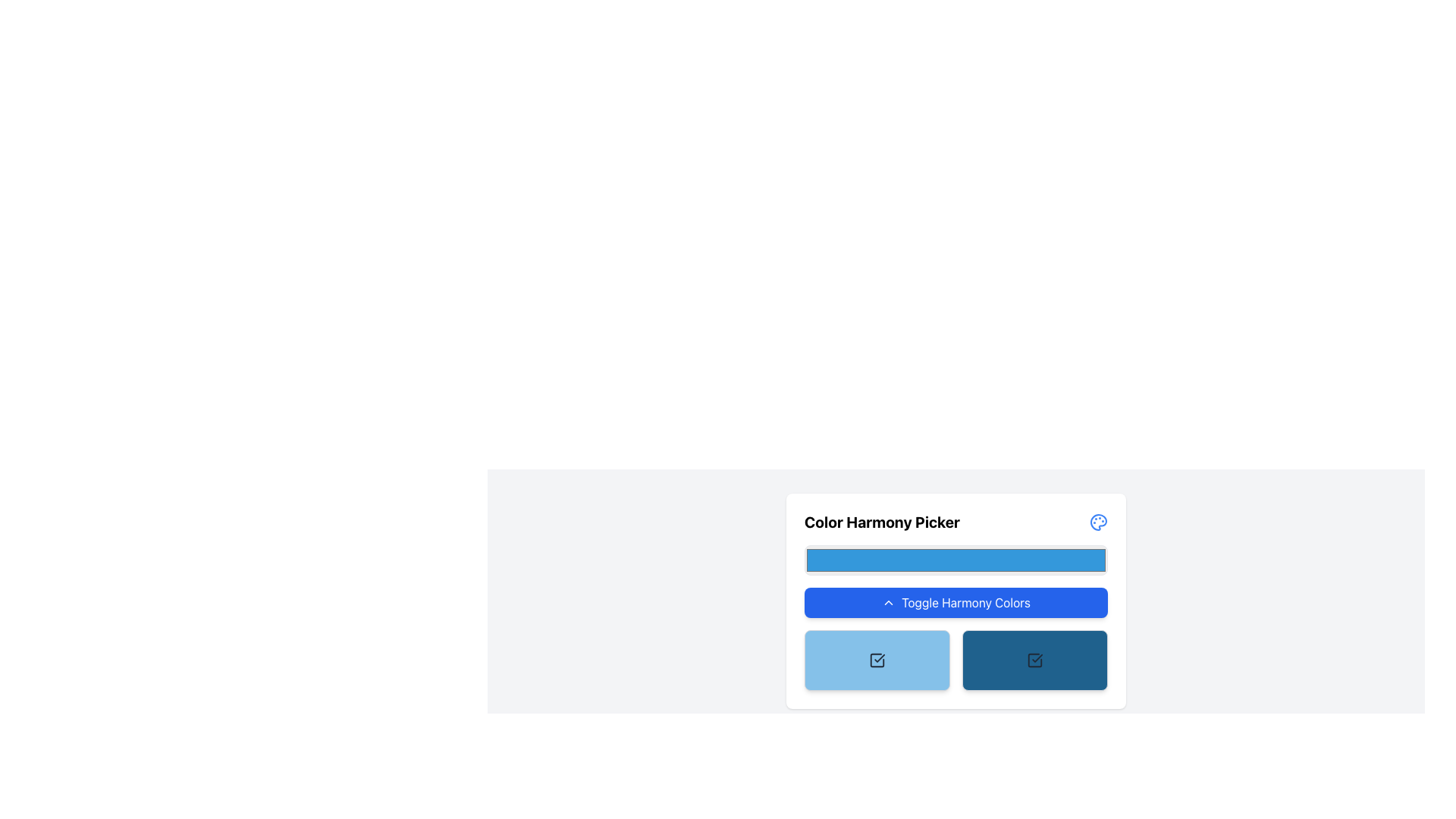 The image size is (1456, 819). Describe the element at coordinates (877, 660) in the screenshot. I see `small square icon with a tilted checkmark inside a light blue button located at the lower left of the Color Harmony Picker interface for additional metadata` at that location.